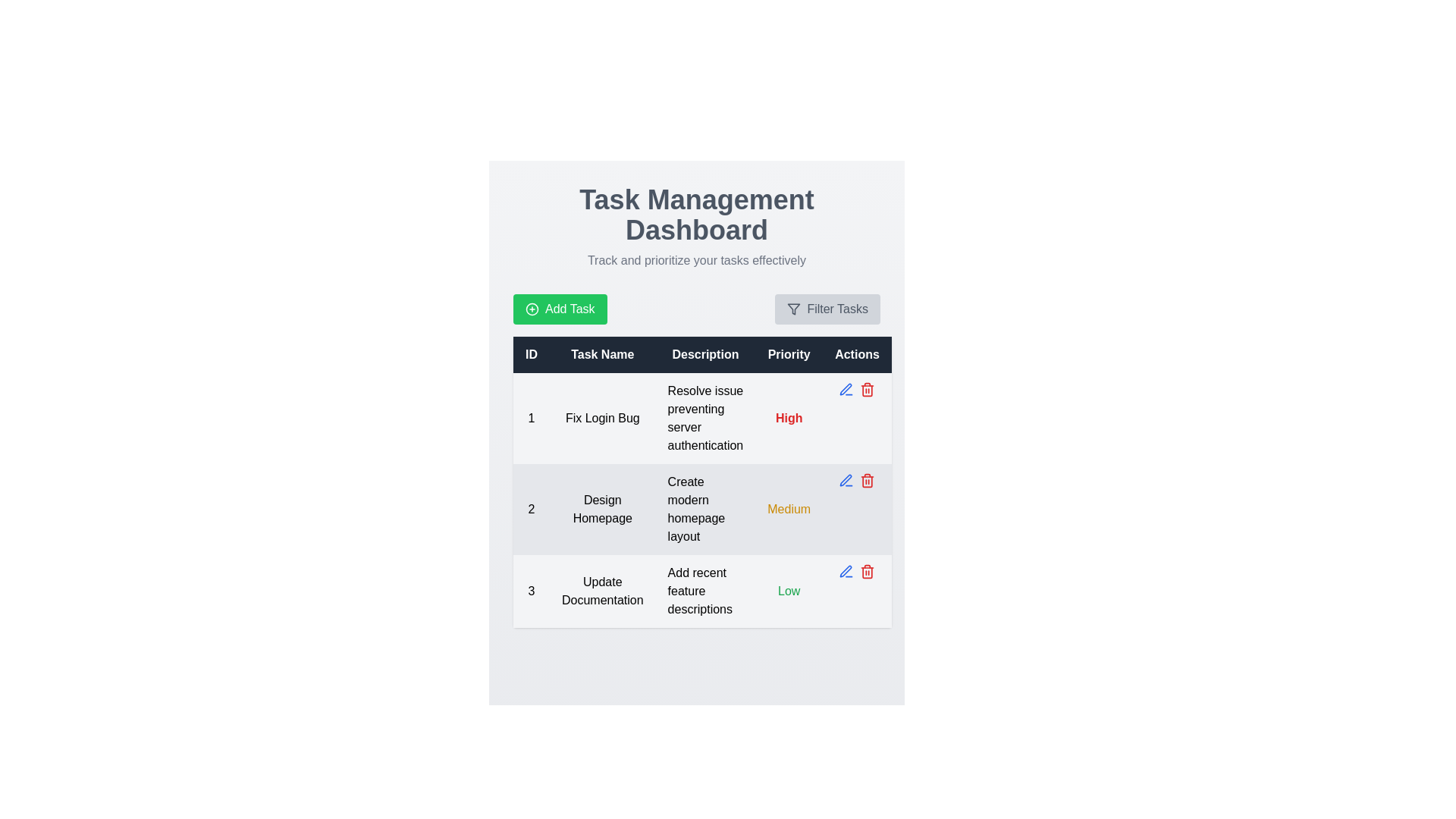  Describe the element at coordinates (846, 388) in the screenshot. I see `the blue pen icon located in the second row of the table under the 'Actions' column to initiate editing` at that location.